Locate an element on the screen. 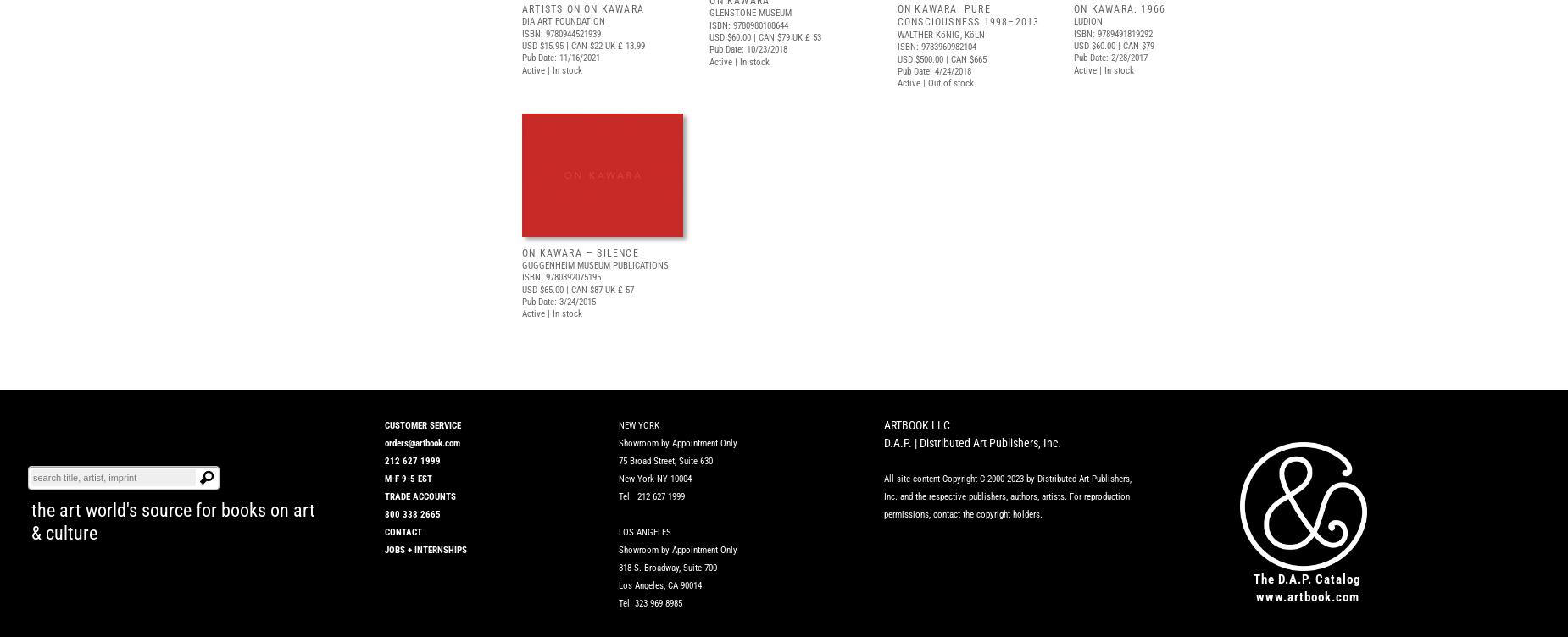 This screenshot has width=1568, height=637. 'www.artbook.com' is located at coordinates (1306, 595).